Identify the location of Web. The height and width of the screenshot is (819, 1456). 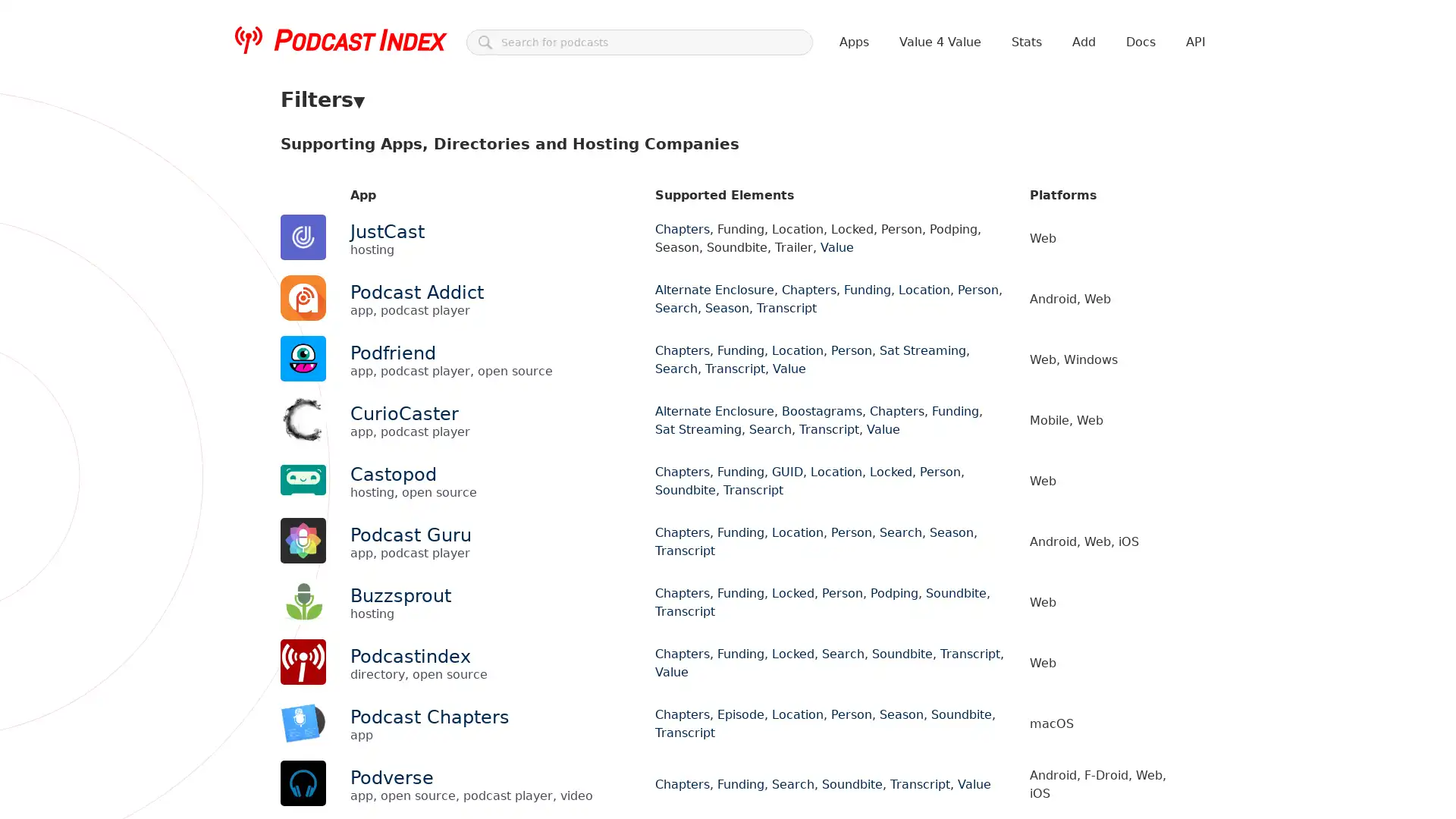
(300, 341).